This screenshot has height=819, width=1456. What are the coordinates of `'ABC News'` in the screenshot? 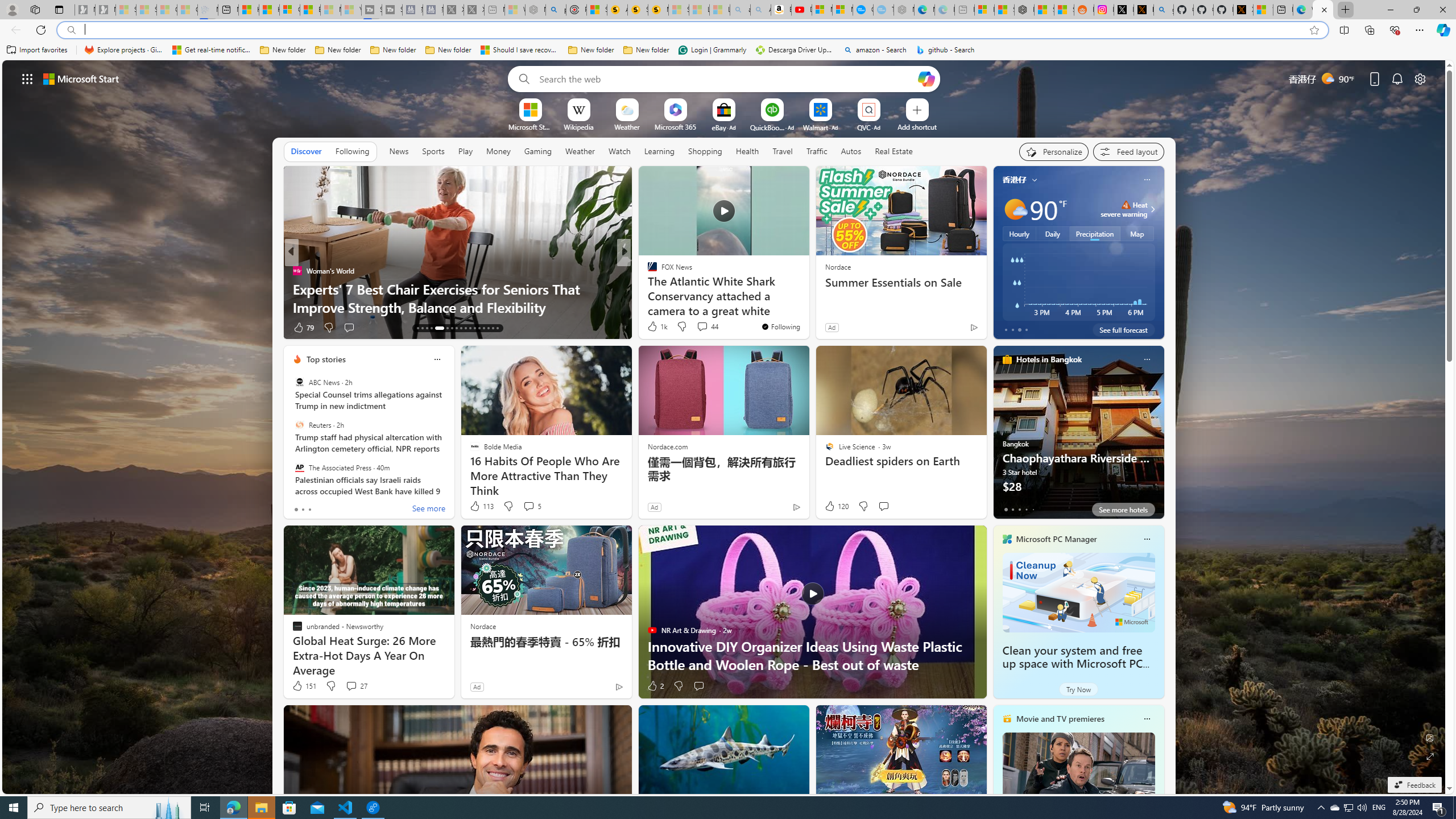 It's located at (299, 382).